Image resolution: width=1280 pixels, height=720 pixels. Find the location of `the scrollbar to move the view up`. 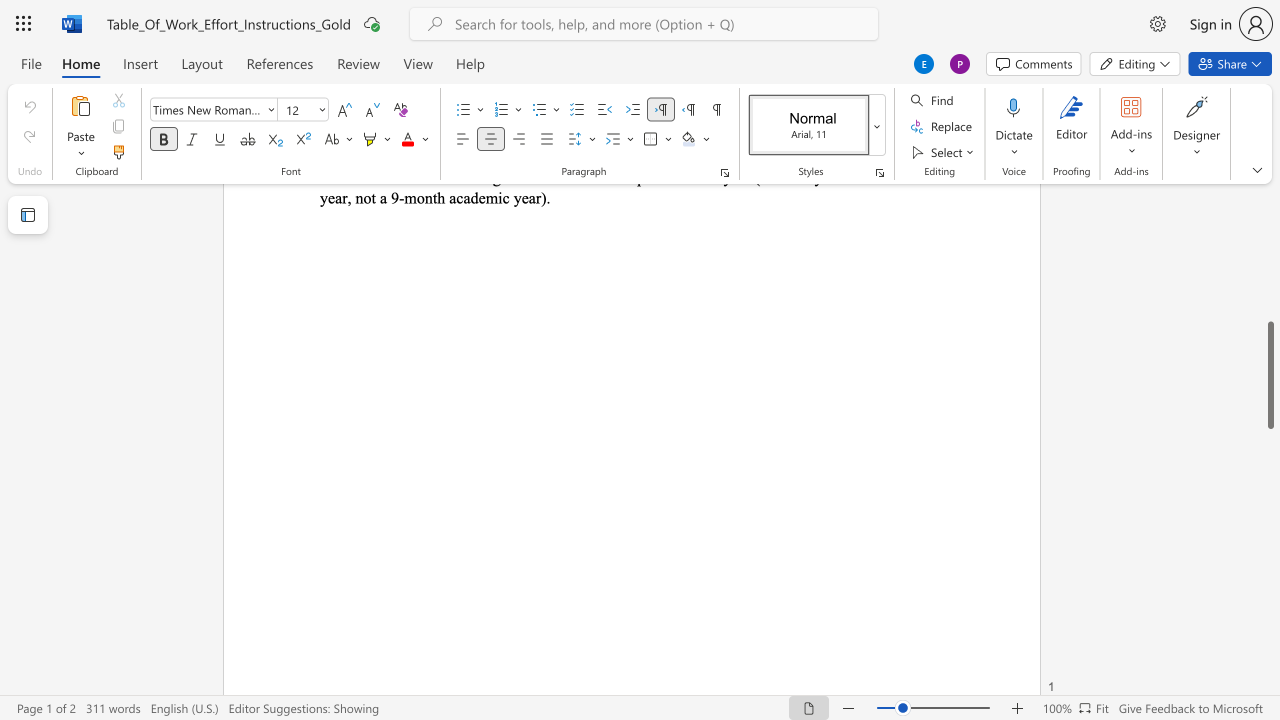

the scrollbar to move the view up is located at coordinates (1269, 238).